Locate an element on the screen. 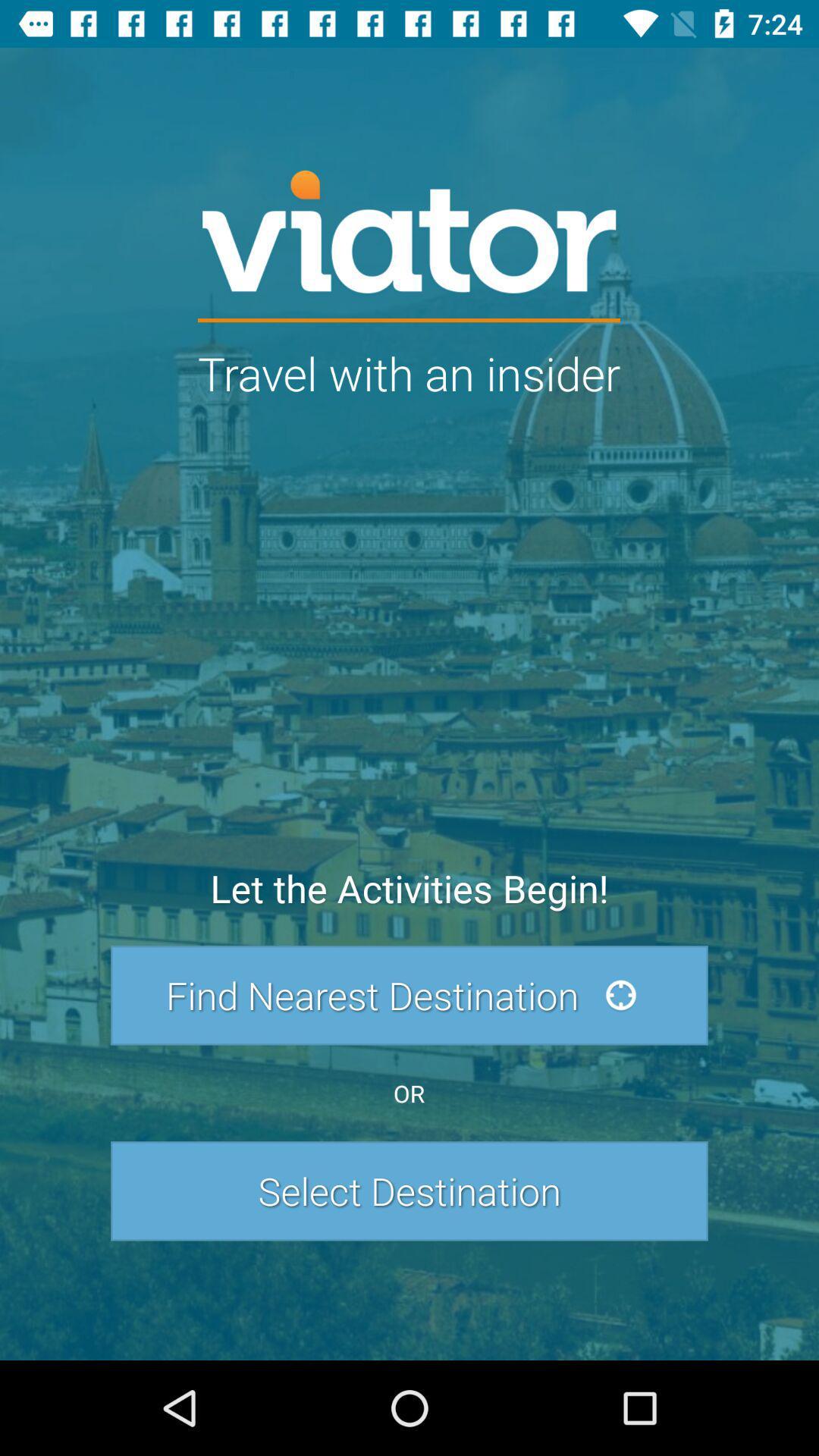 This screenshot has height=1456, width=819. the select destination is located at coordinates (409, 1190).